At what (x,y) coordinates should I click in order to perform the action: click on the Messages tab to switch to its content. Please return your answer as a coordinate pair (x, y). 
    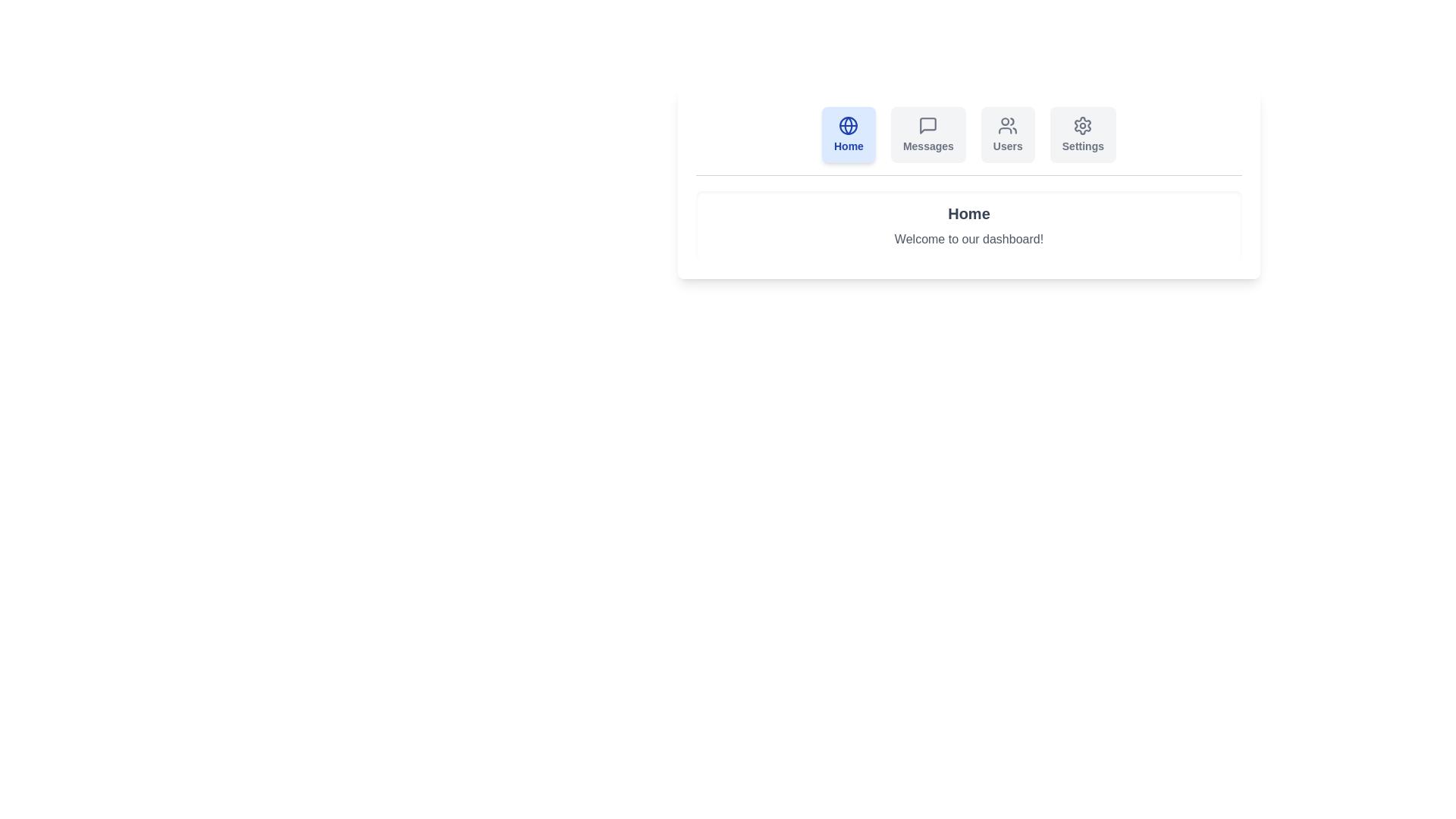
    Looking at the image, I should click on (927, 133).